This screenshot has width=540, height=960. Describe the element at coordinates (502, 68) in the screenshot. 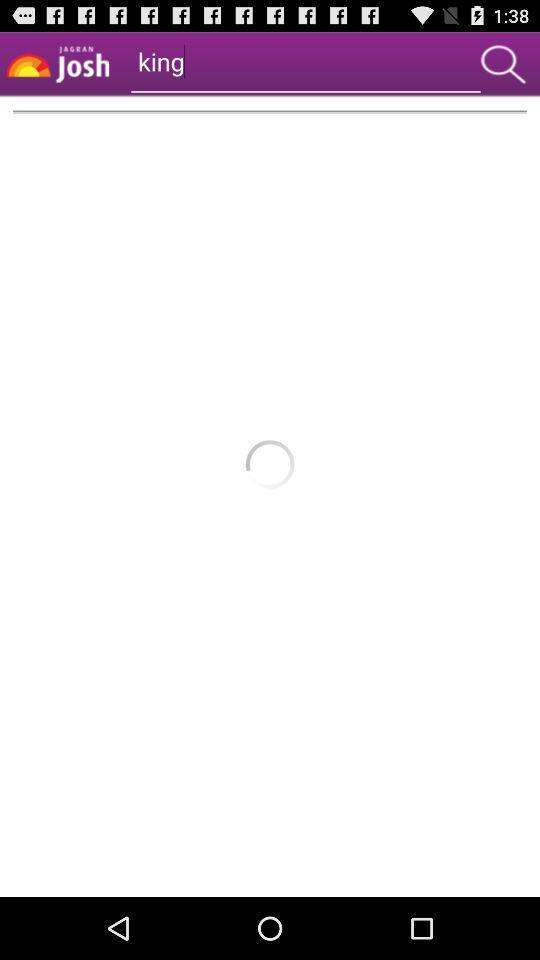

I see `the search icon` at that location.